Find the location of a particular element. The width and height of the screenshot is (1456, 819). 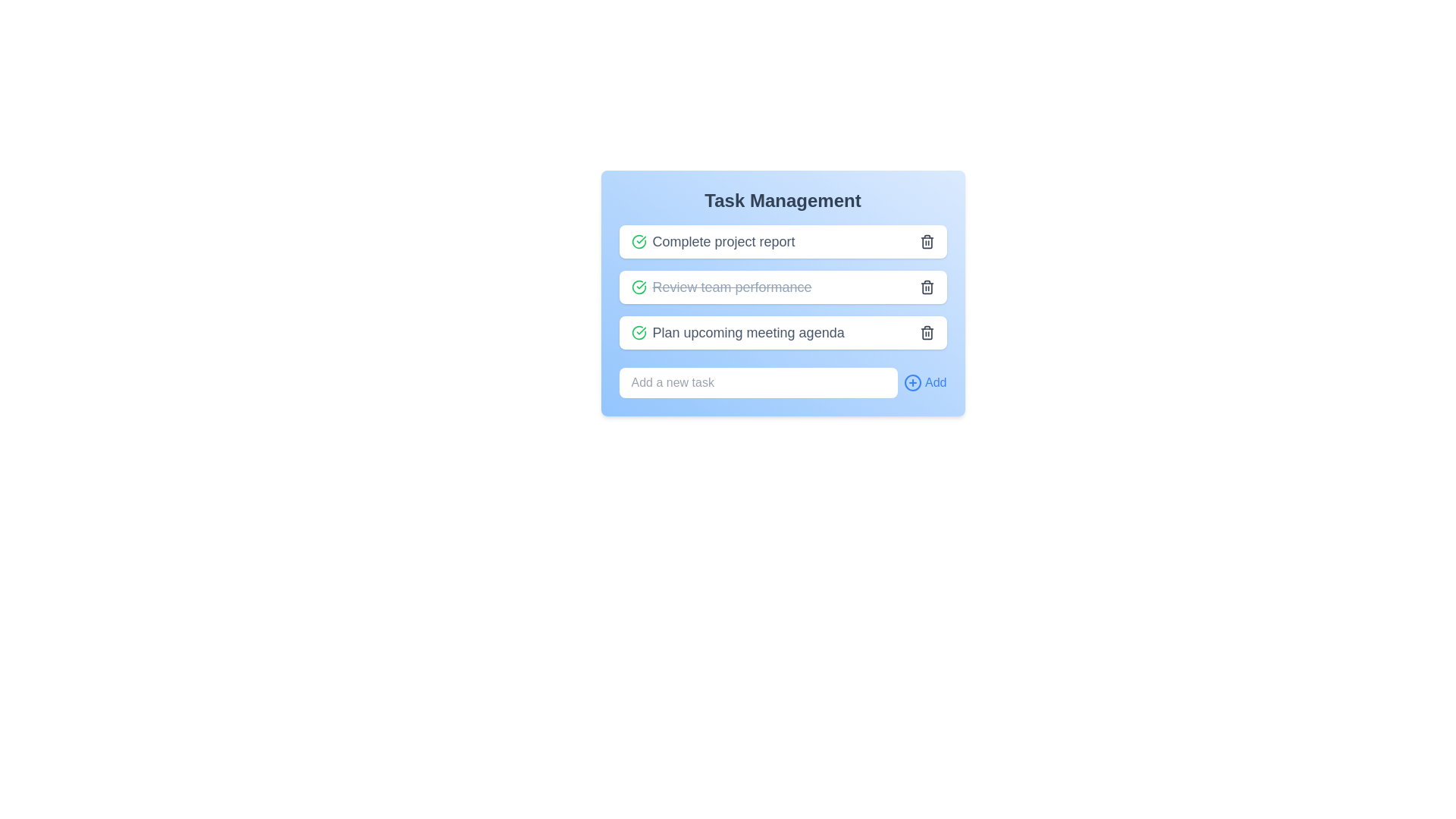

the circular dashed outline of the check icon in the first task row titled 'Complete project report' located near the top left of the interface is located at coordinates (639, 241).